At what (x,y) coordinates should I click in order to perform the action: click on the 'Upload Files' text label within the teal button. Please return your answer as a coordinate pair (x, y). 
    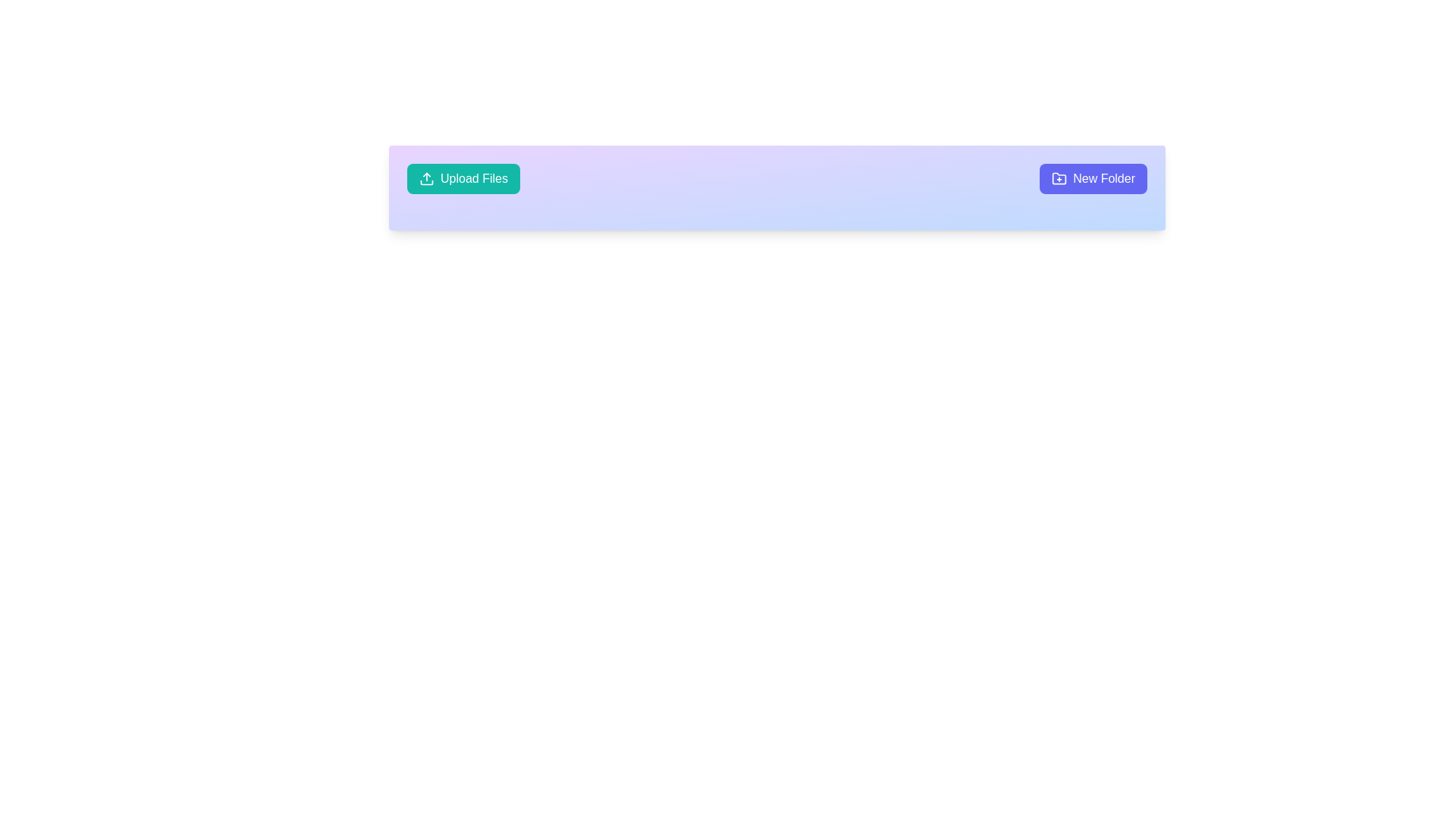
    Looking at the image, I should click on (473, 177).